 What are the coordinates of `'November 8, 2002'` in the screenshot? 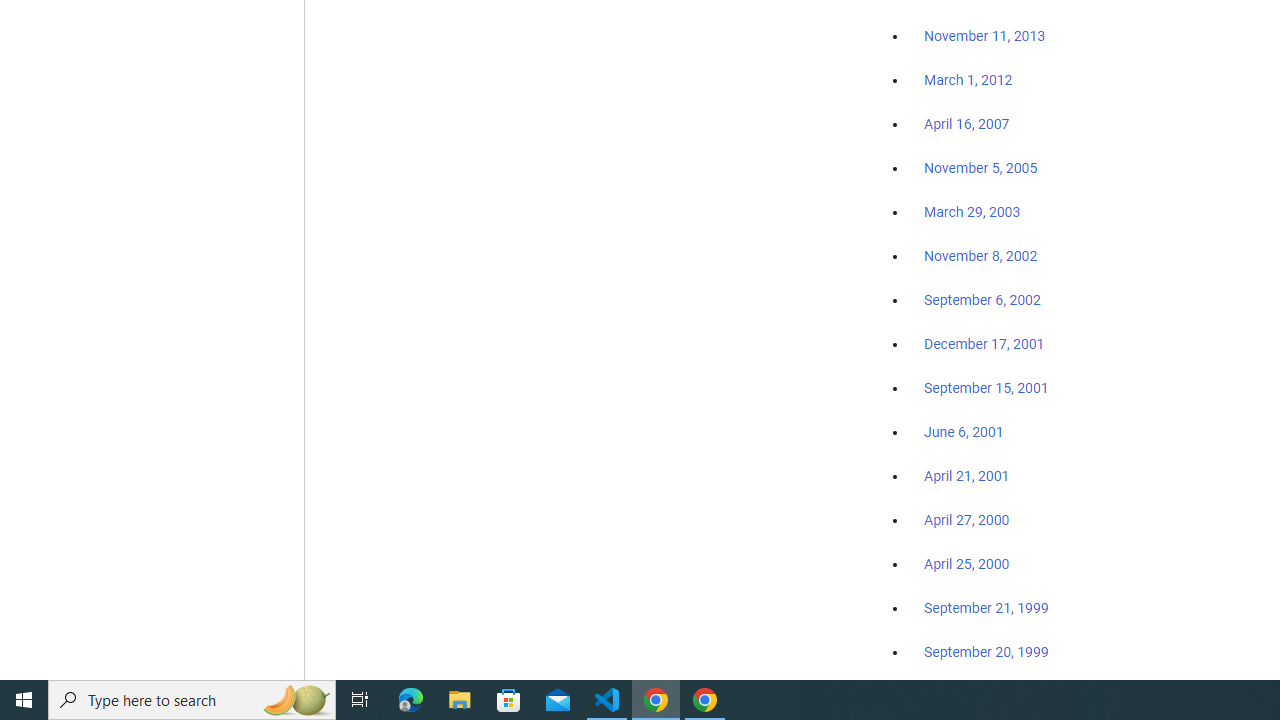 It's located at (981, 255).